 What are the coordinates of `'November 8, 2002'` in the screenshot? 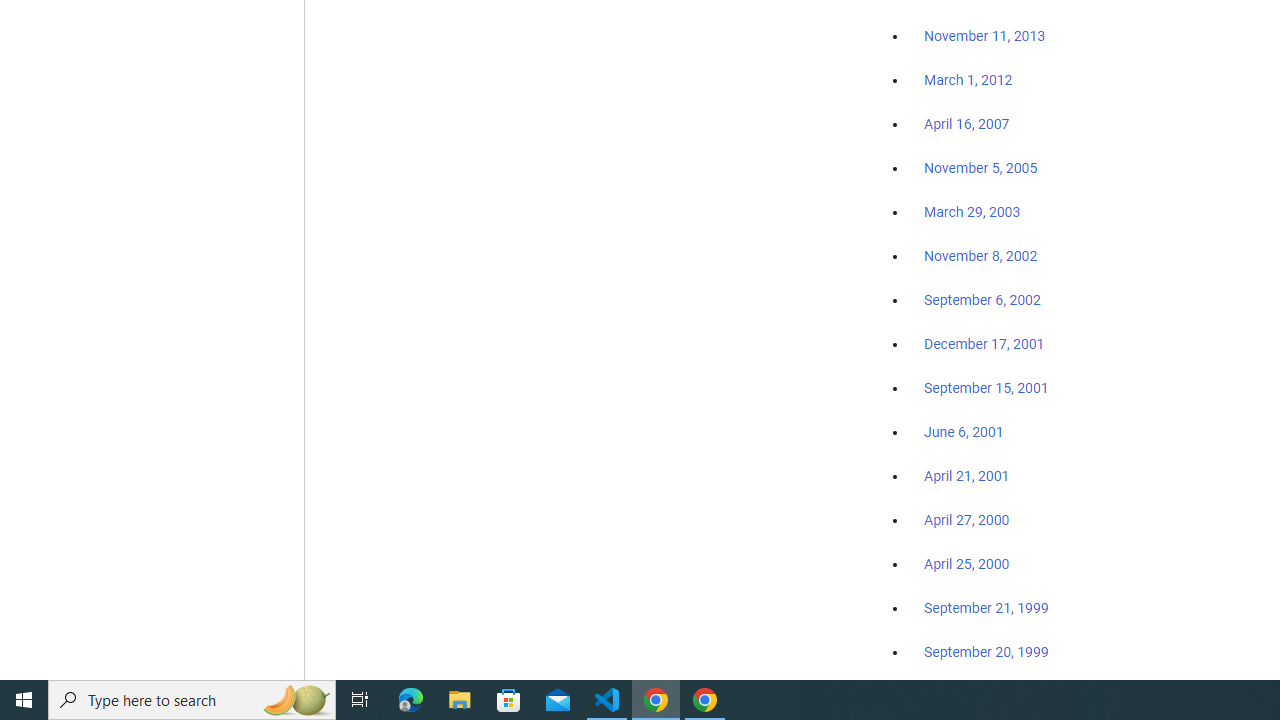 It's located at (981, 255).